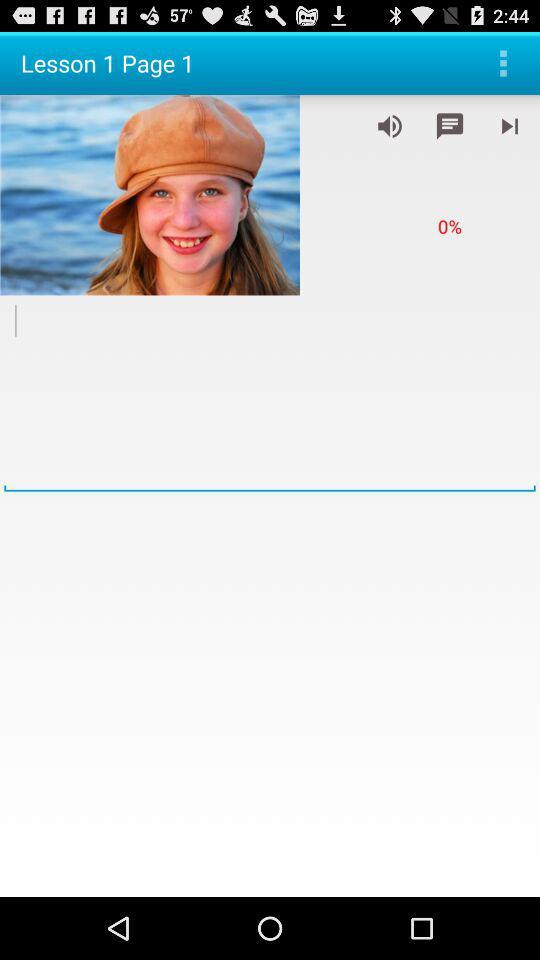 The image size is (540, 960). I want to click on comment on video, so click(449, 125).